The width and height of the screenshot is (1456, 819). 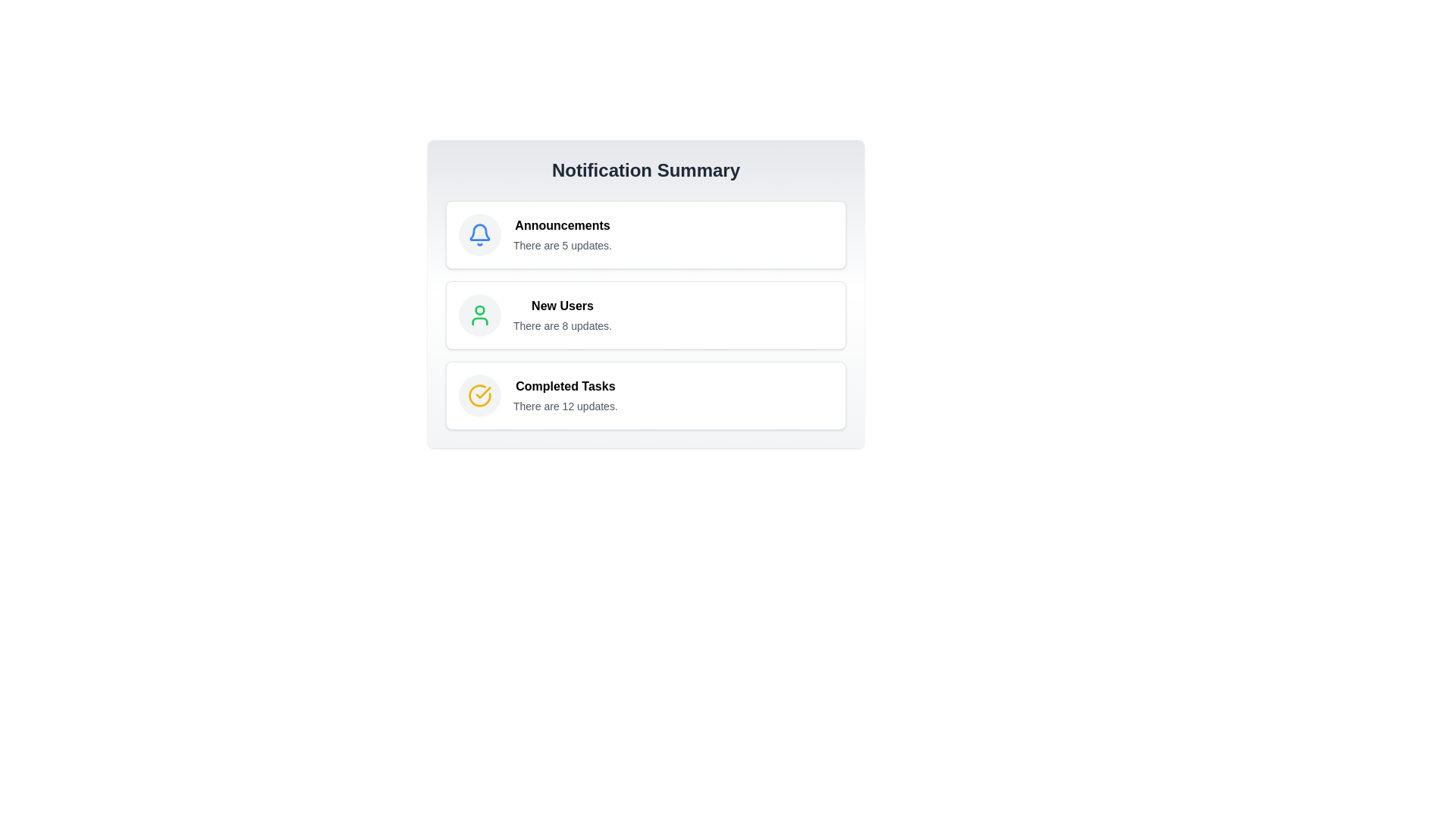 What do you see at coordinates (562, 325) in the screenshot?
I see `the text label that indicates the number of updates related to new users, which is located below the bolded title 'New Users' in the notification summary` at bounding box center [562, 325].